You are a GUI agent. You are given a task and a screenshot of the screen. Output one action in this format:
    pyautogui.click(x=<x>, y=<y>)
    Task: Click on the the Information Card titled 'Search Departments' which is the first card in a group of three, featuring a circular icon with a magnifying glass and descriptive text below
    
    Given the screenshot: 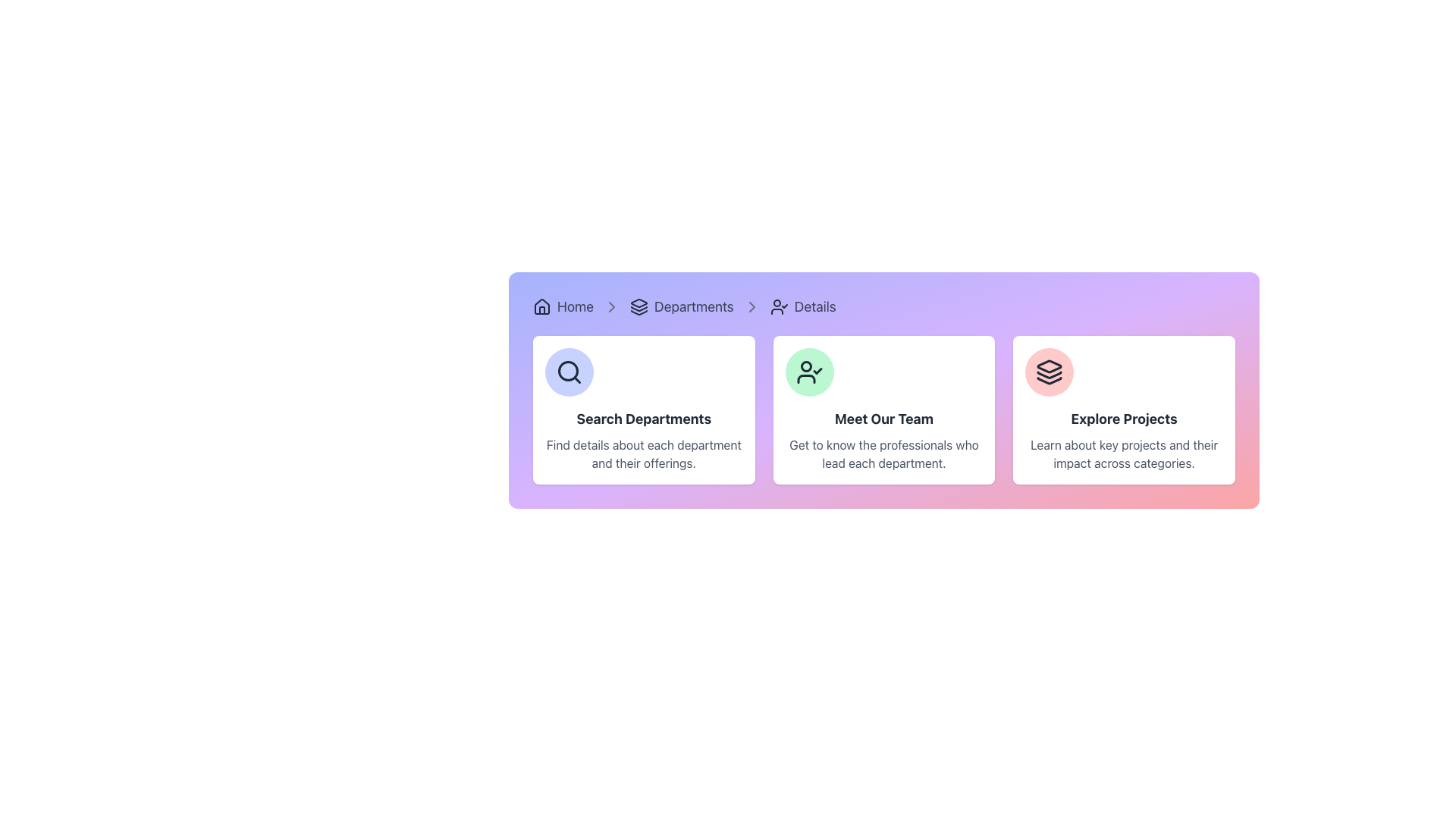 What is the action you would take?
    pyautogui.click(x=644, y=409)
    